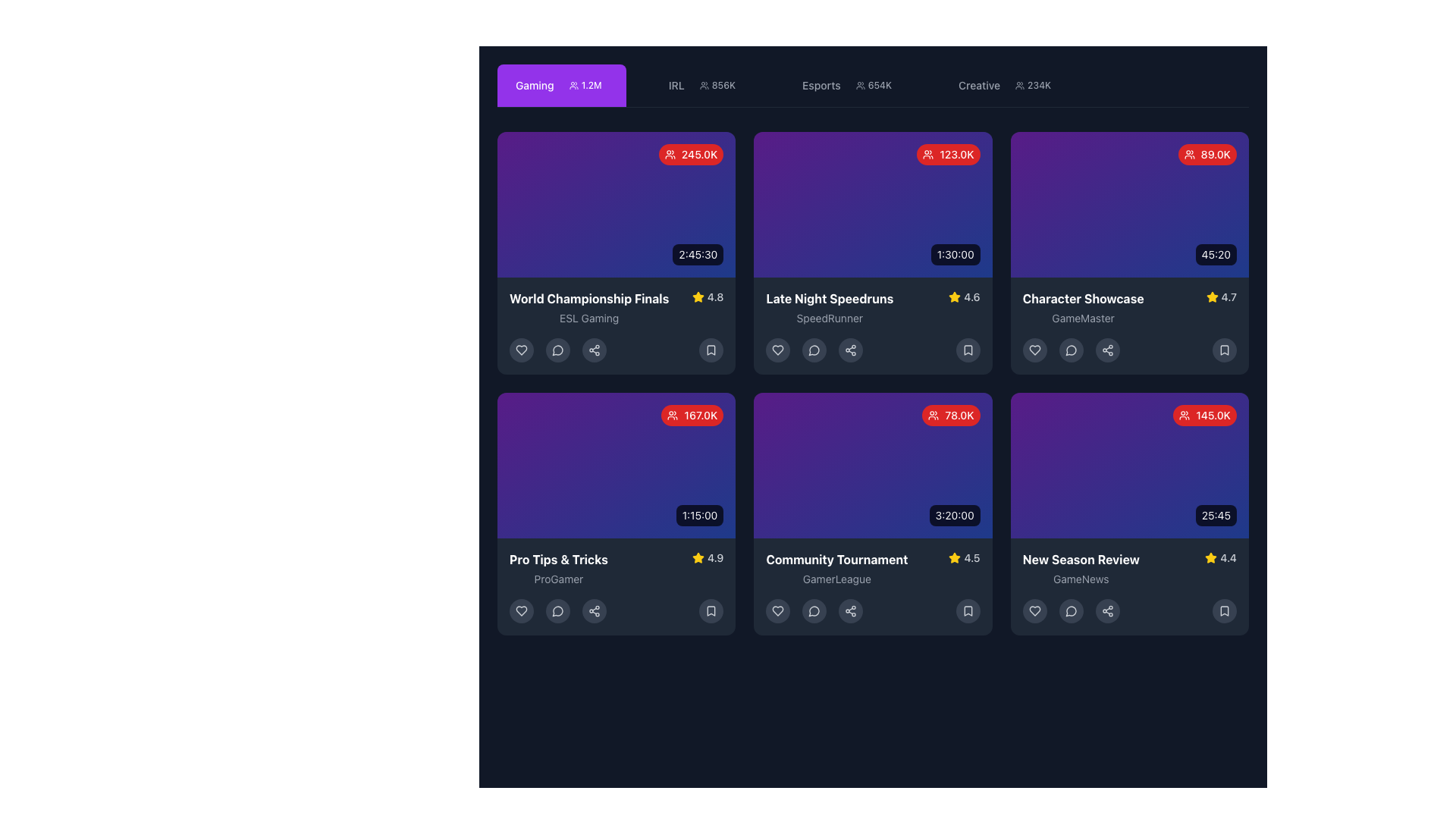  Describe the element at coordinates (697, 297) in the screenshot. I see `the stylized yellow star icon located in the fourth card of the topmost row in the grid layout, which represents a rating mechanism` at that location.